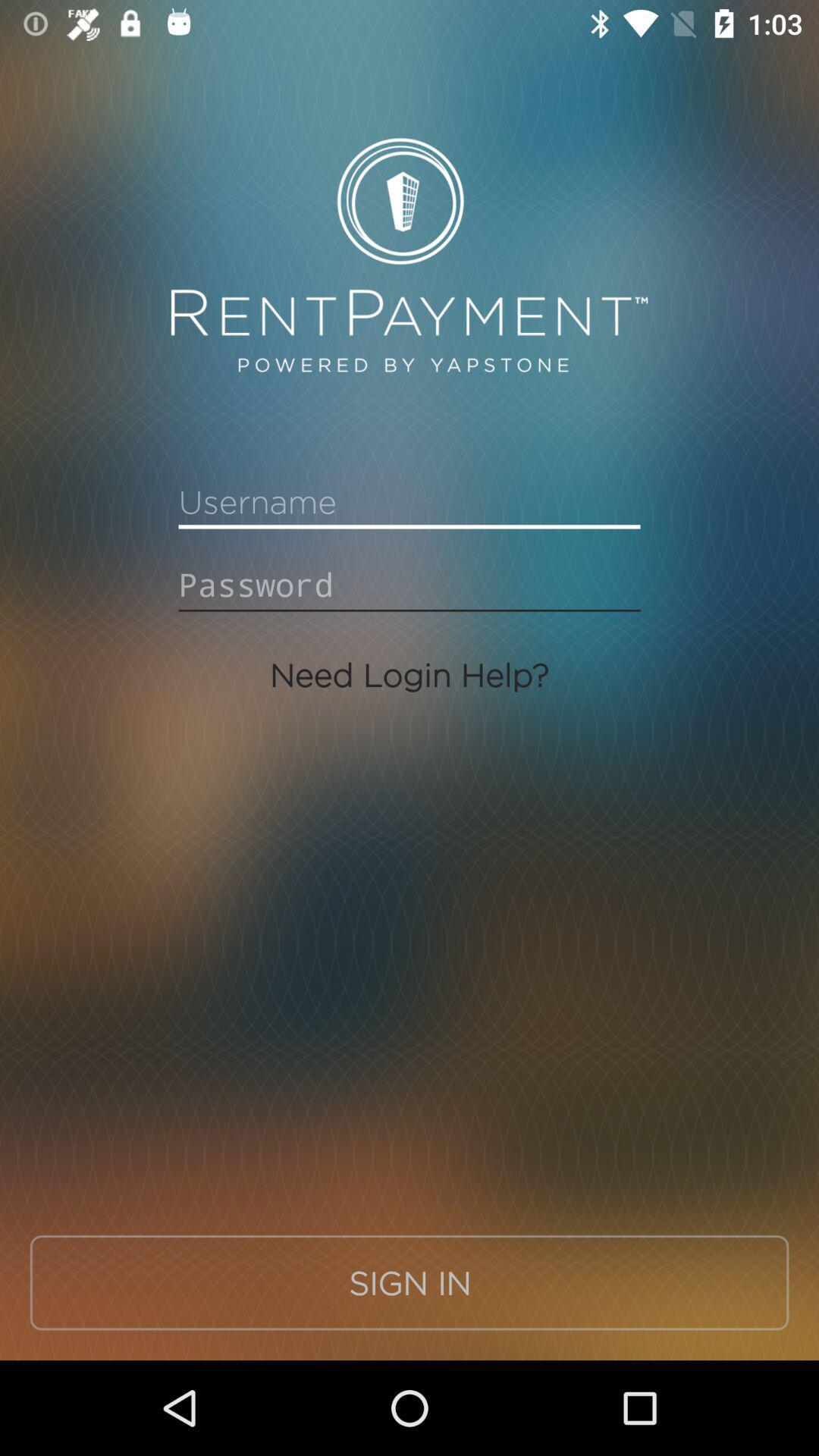  I want to click on sign in, so click(409, 502).